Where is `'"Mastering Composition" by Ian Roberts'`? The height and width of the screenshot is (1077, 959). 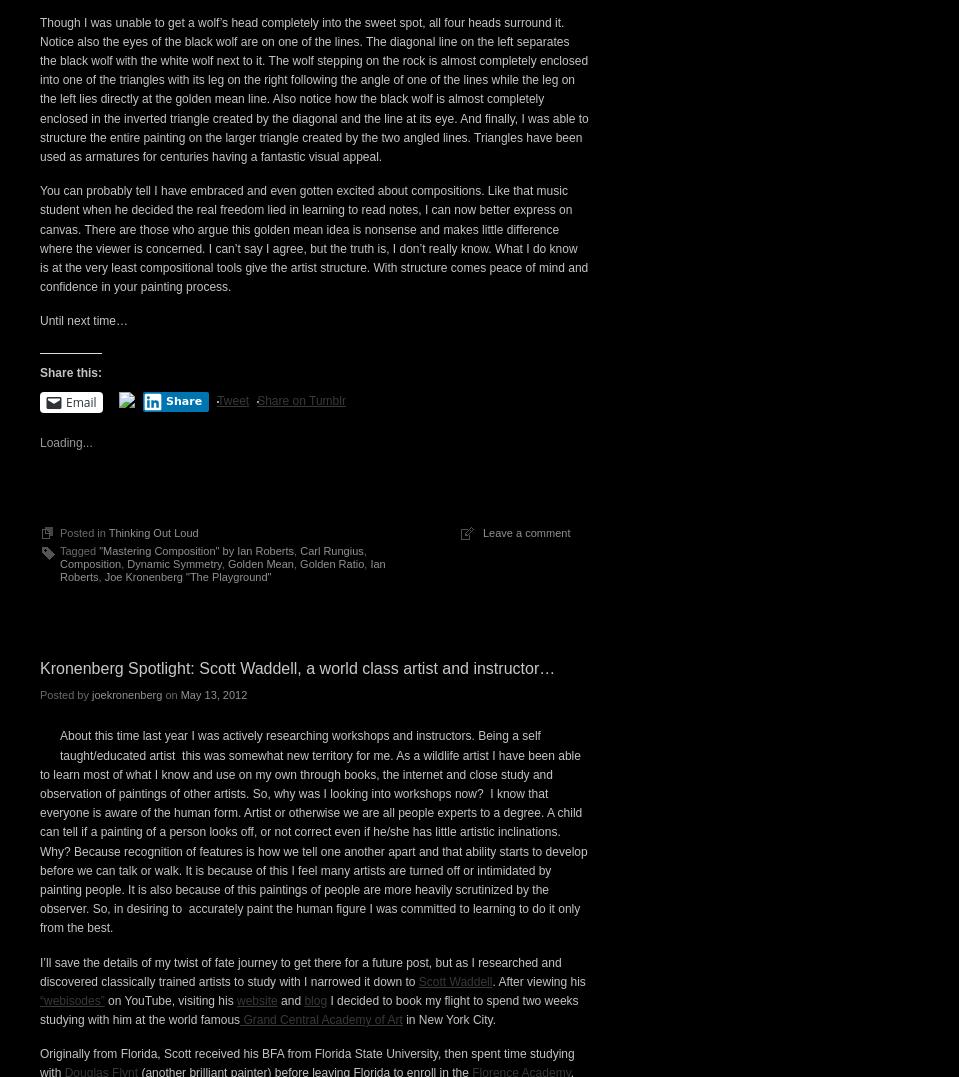
'"Mastering Composition" by Ian Roberts' is located at coordinates (195, 897).